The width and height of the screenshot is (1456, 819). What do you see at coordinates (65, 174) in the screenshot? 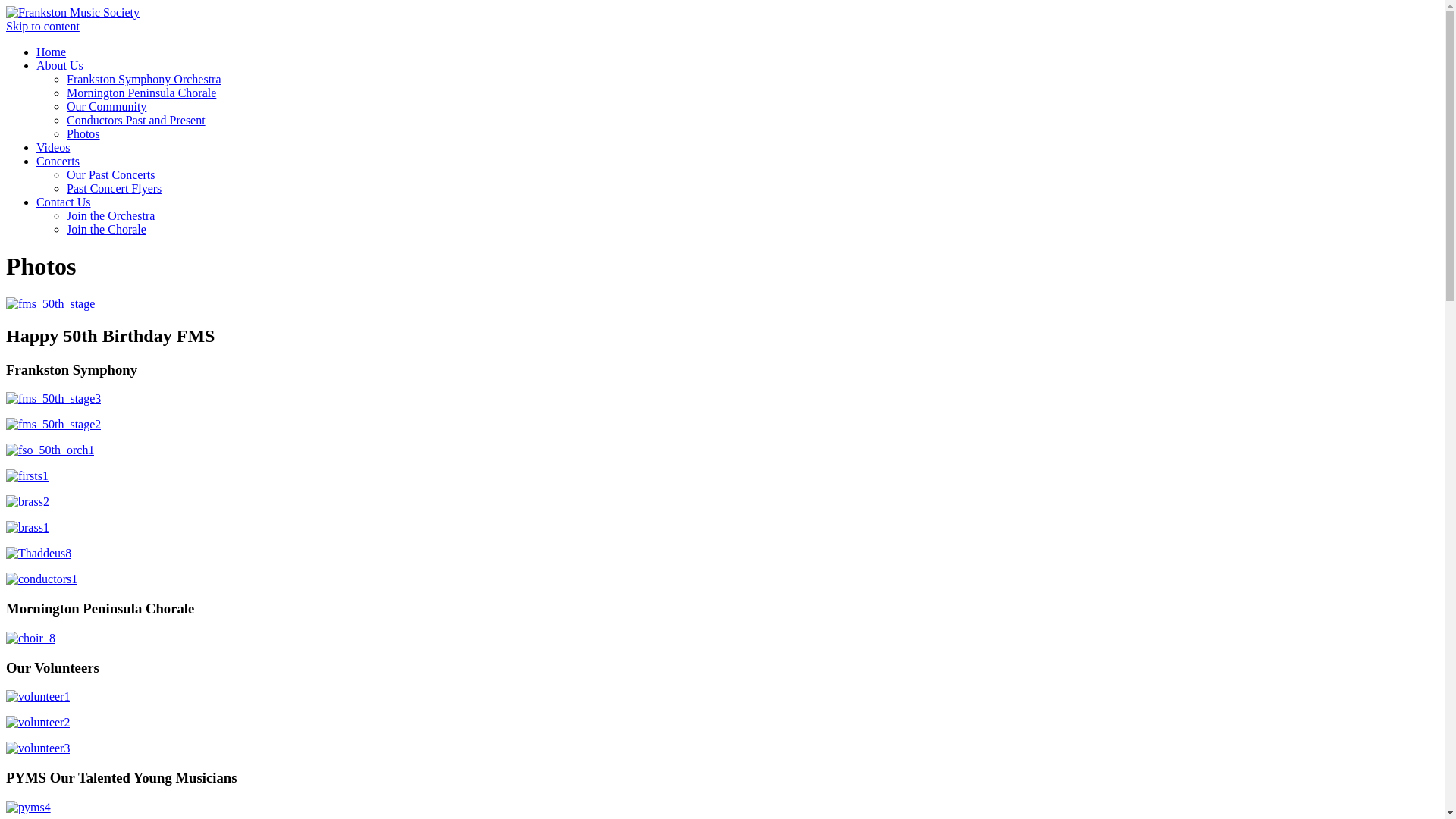
I see `'Our Past Concerts'` at bounding box center [65, 174].